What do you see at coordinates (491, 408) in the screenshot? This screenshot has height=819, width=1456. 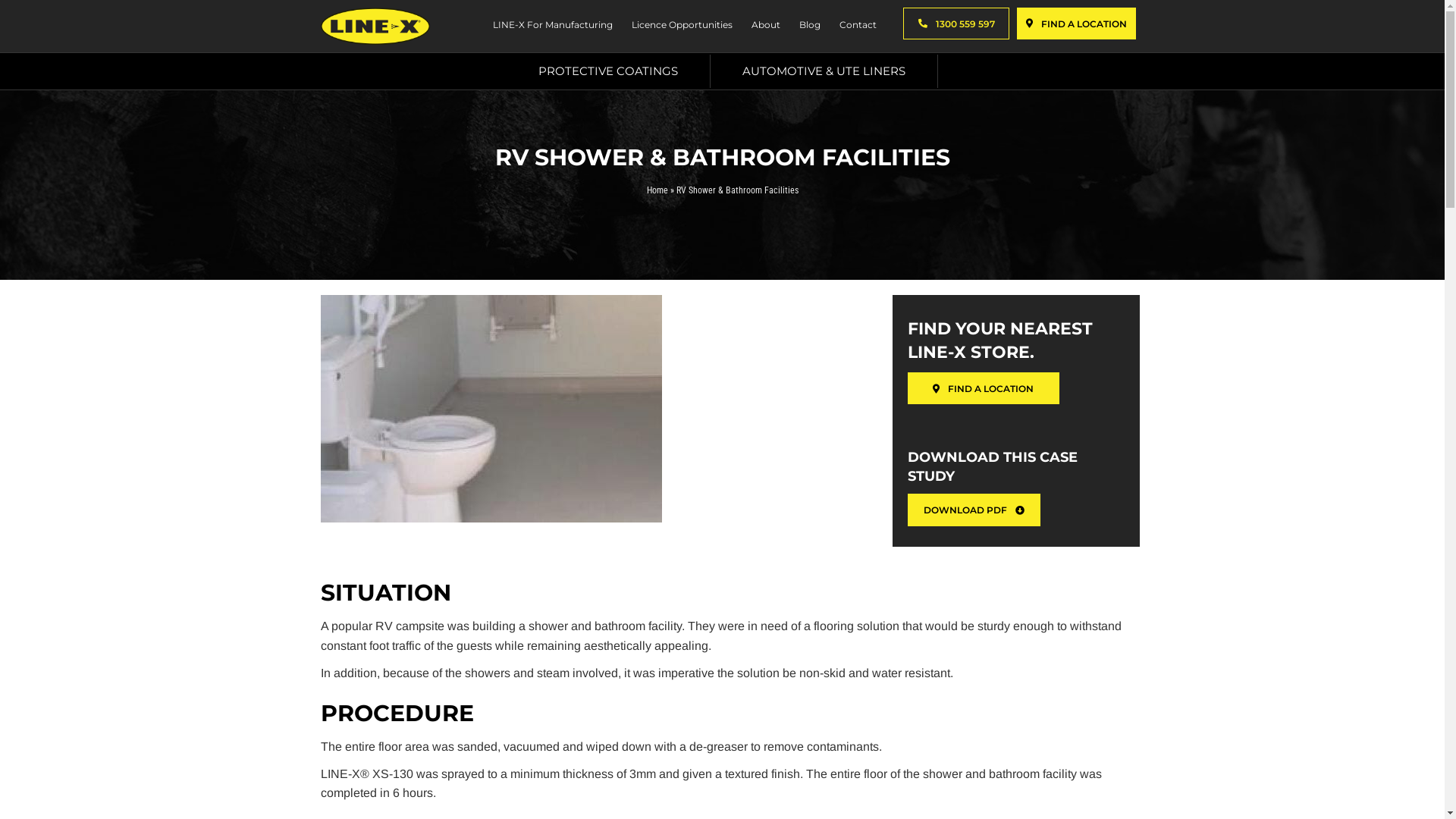 I see `'RV shower & Bathroom Facilities'` at bounding box center [491, 408].